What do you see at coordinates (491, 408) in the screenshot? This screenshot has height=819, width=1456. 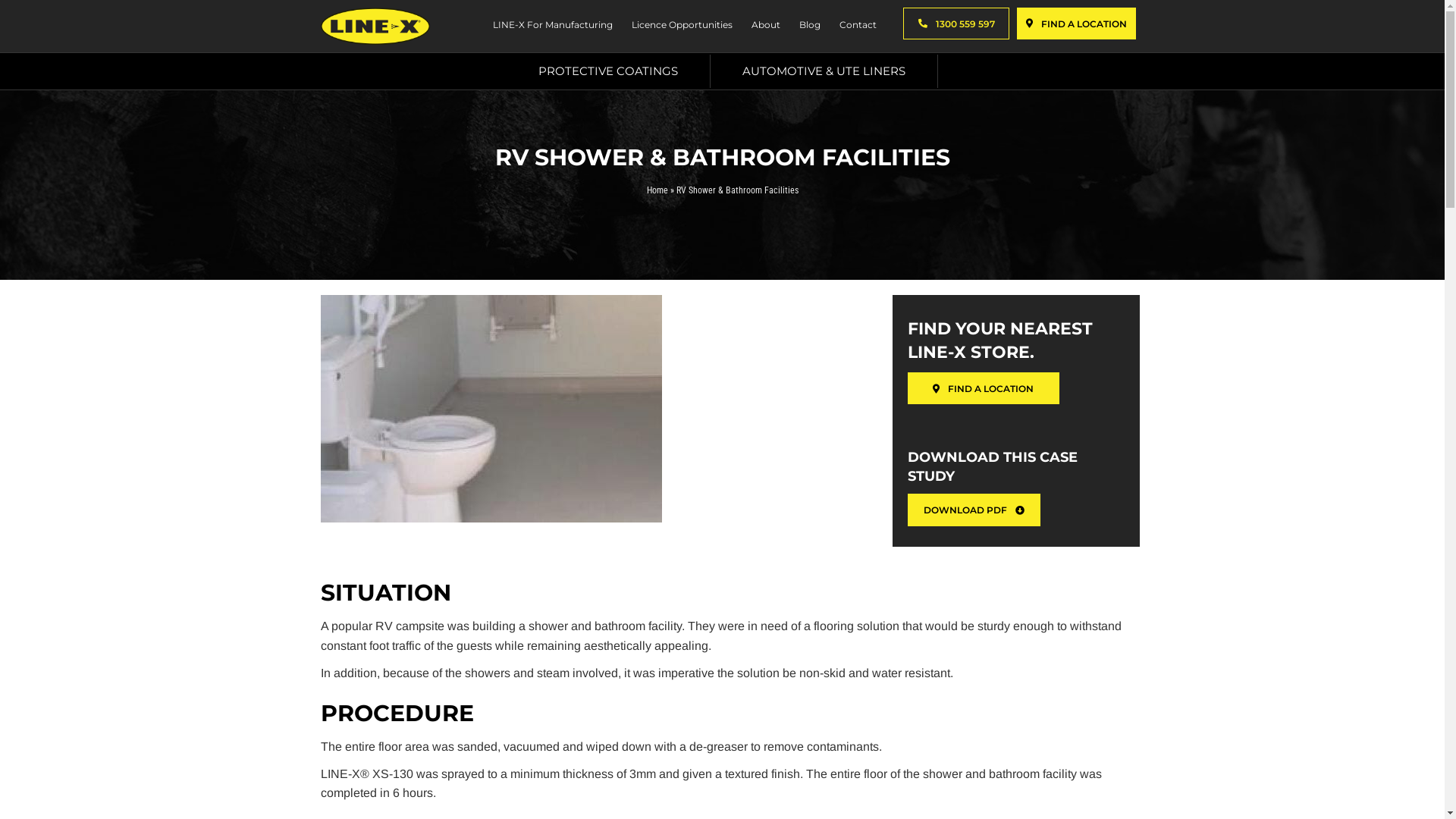 I see `'RV shower & Bathroom Facilities'` at bounding box center [491, 408].